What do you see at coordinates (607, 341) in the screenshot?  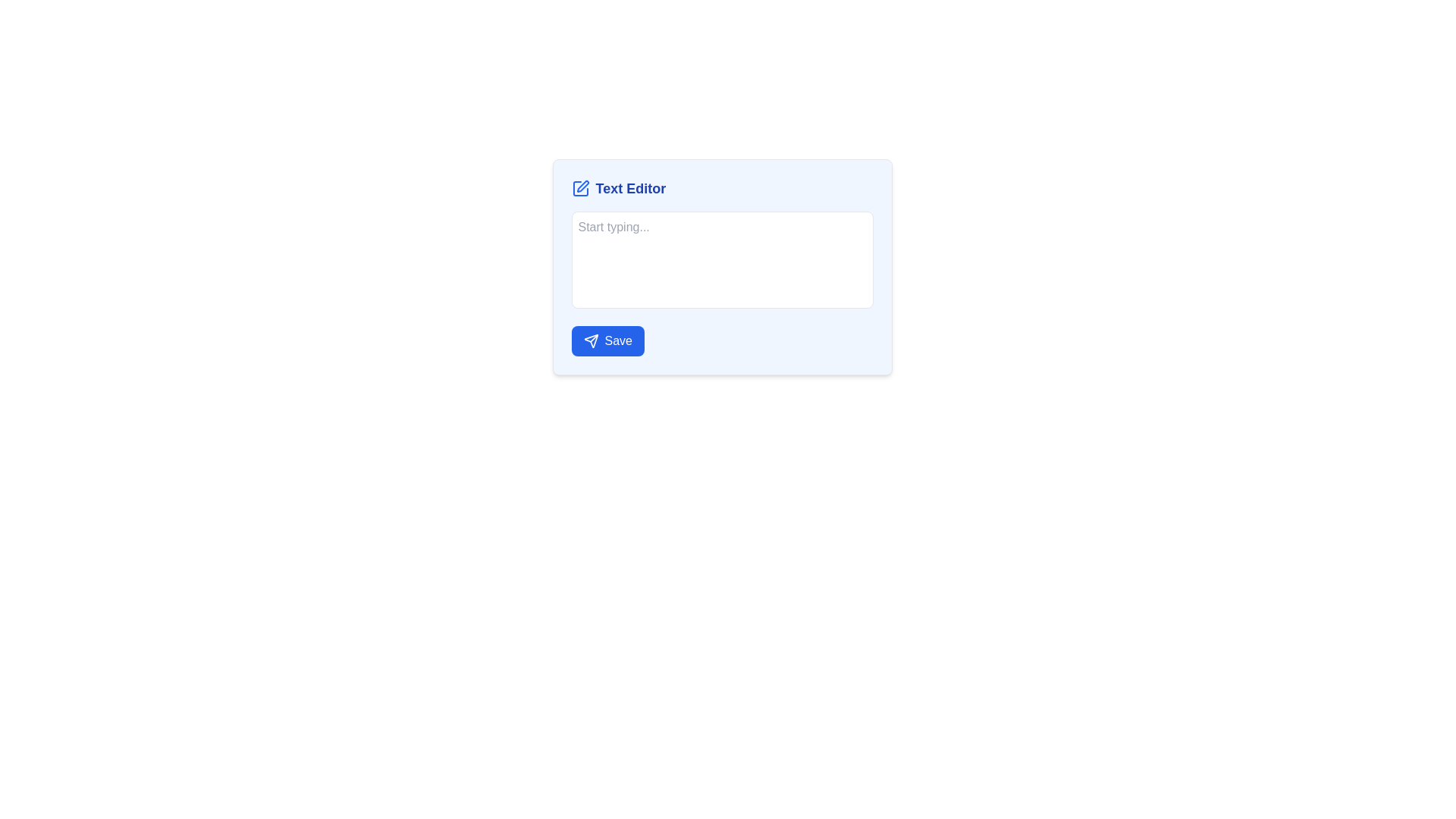 I see `the save button located at the bottom-left corner of the content card` at bounding box center [607, 341].